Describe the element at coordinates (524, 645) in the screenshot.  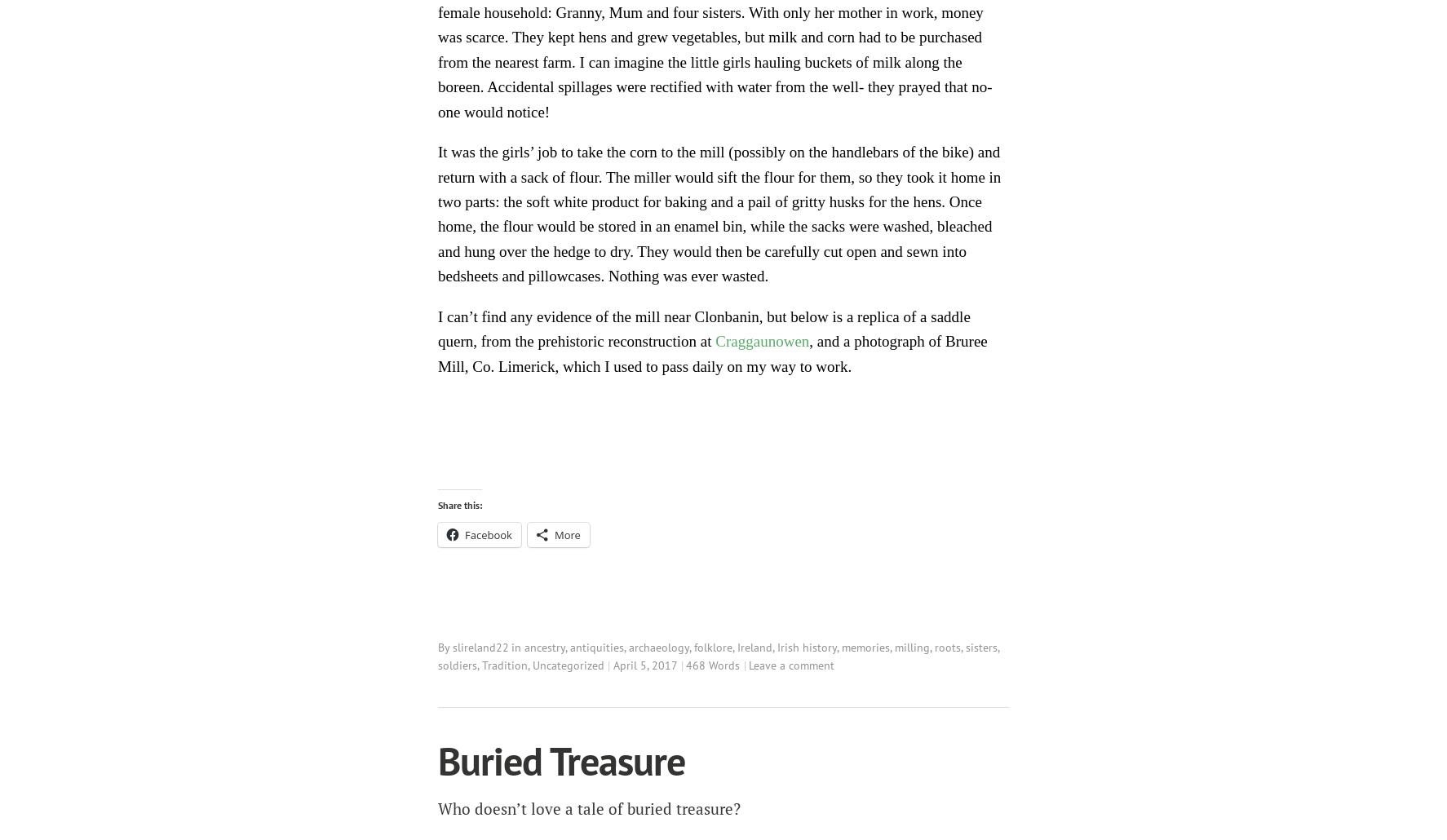
I see `'ancestry'` at that location.